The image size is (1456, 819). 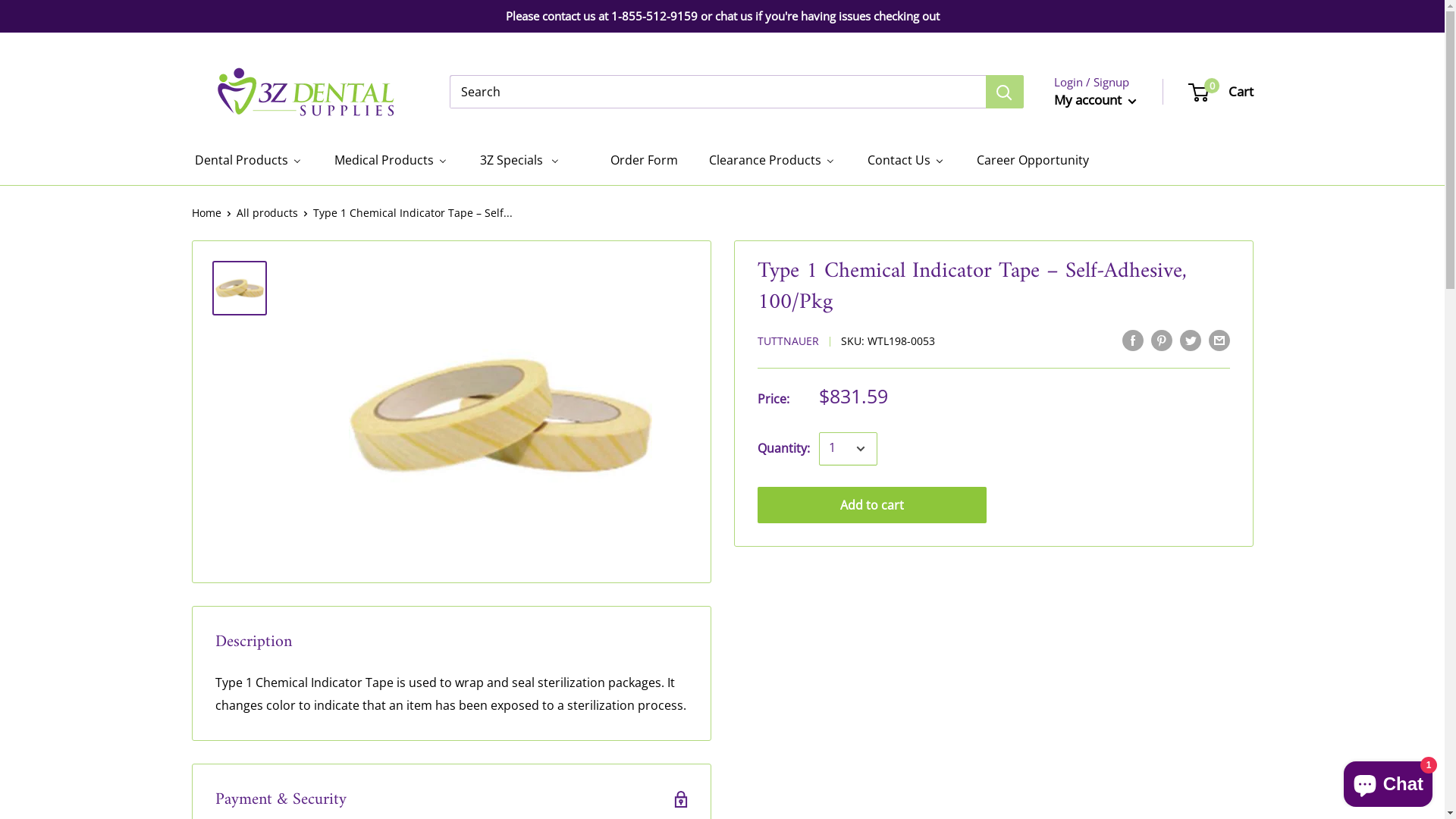 What do you see at coordinates (1388, 780) in the screenshot?
I see `'Shopify online store chat'` at bounding box center [1388, 780].